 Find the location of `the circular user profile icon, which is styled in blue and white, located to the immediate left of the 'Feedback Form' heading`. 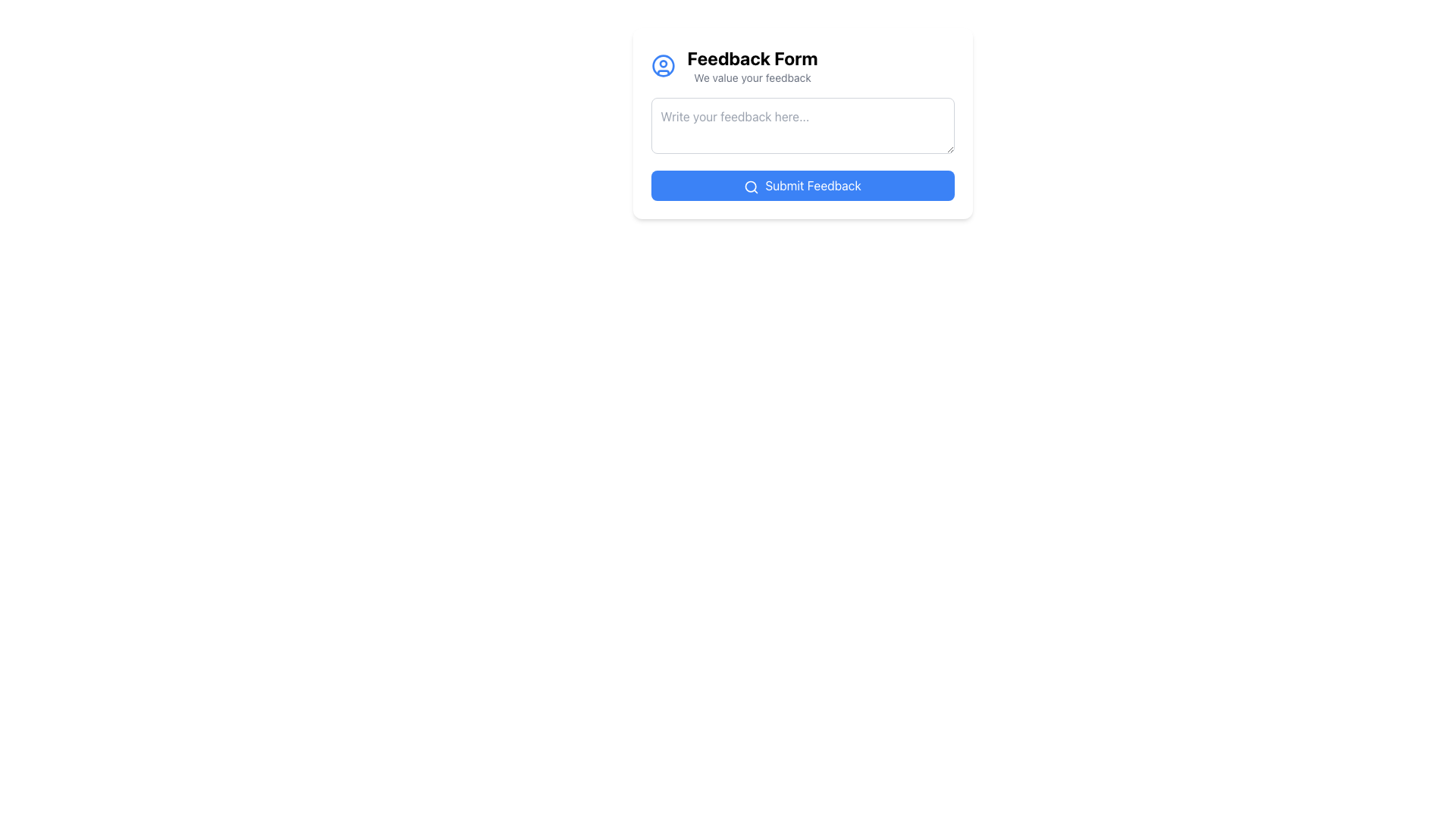

the circular user profile icon, which is styled in blue and white, located to the immediate left of the 'Feedback Form' heading is located at coordinates (663, 65).